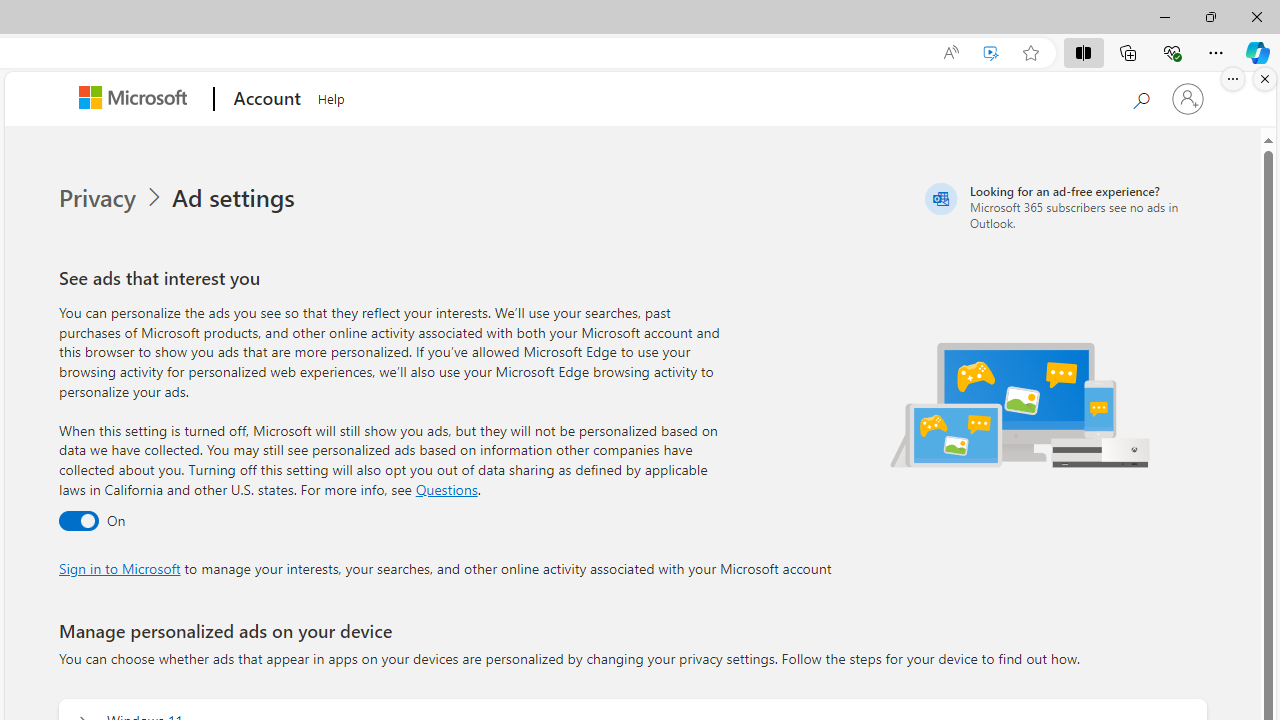  What do you see at coordinates (1031, 52) in the screenshot?
I see `'Add this page to favorites (Ctrl+D)'` at bounding box center [1031, 52].